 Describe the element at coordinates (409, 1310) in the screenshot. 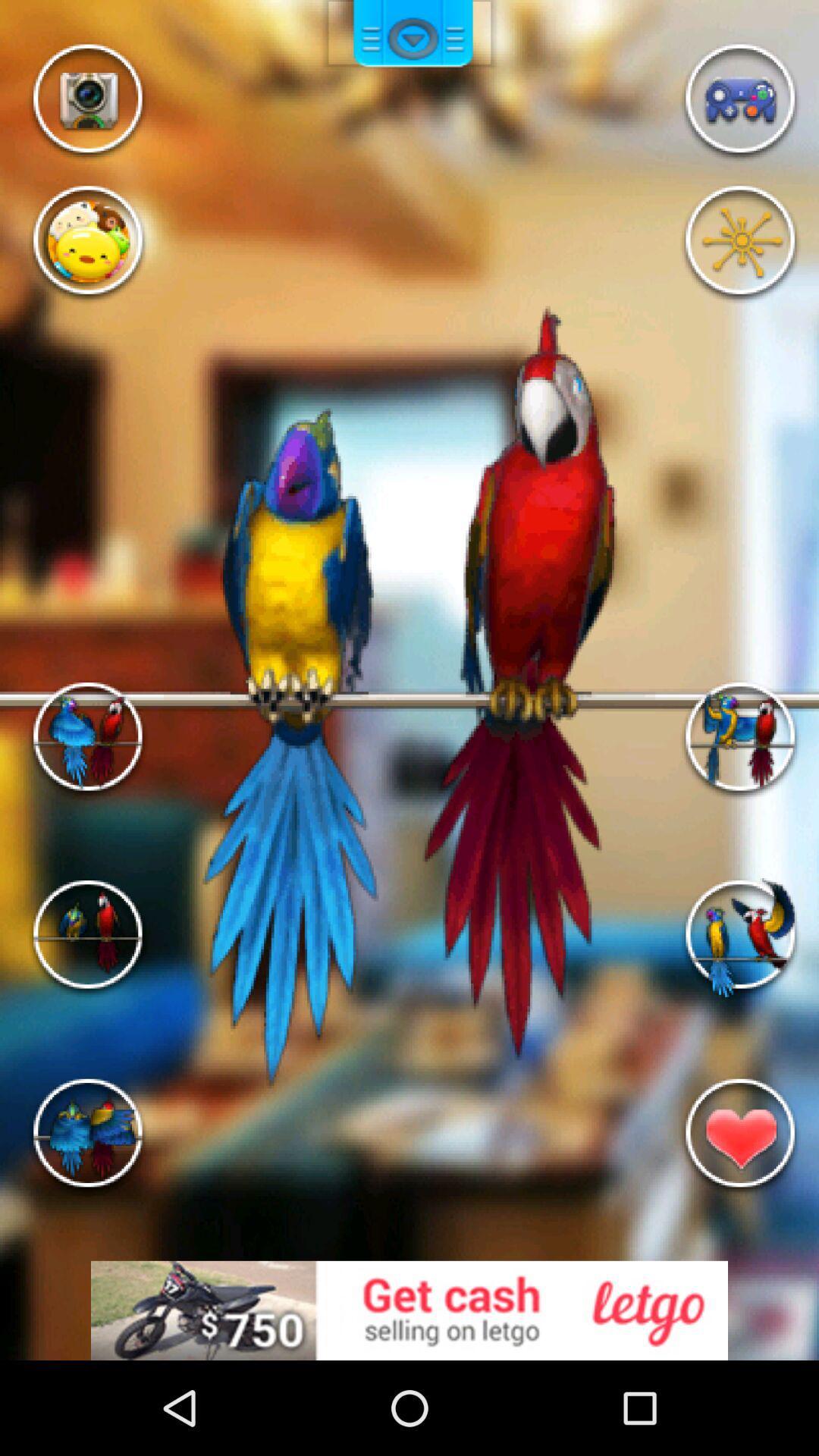

I see `open advertisement` at that location.